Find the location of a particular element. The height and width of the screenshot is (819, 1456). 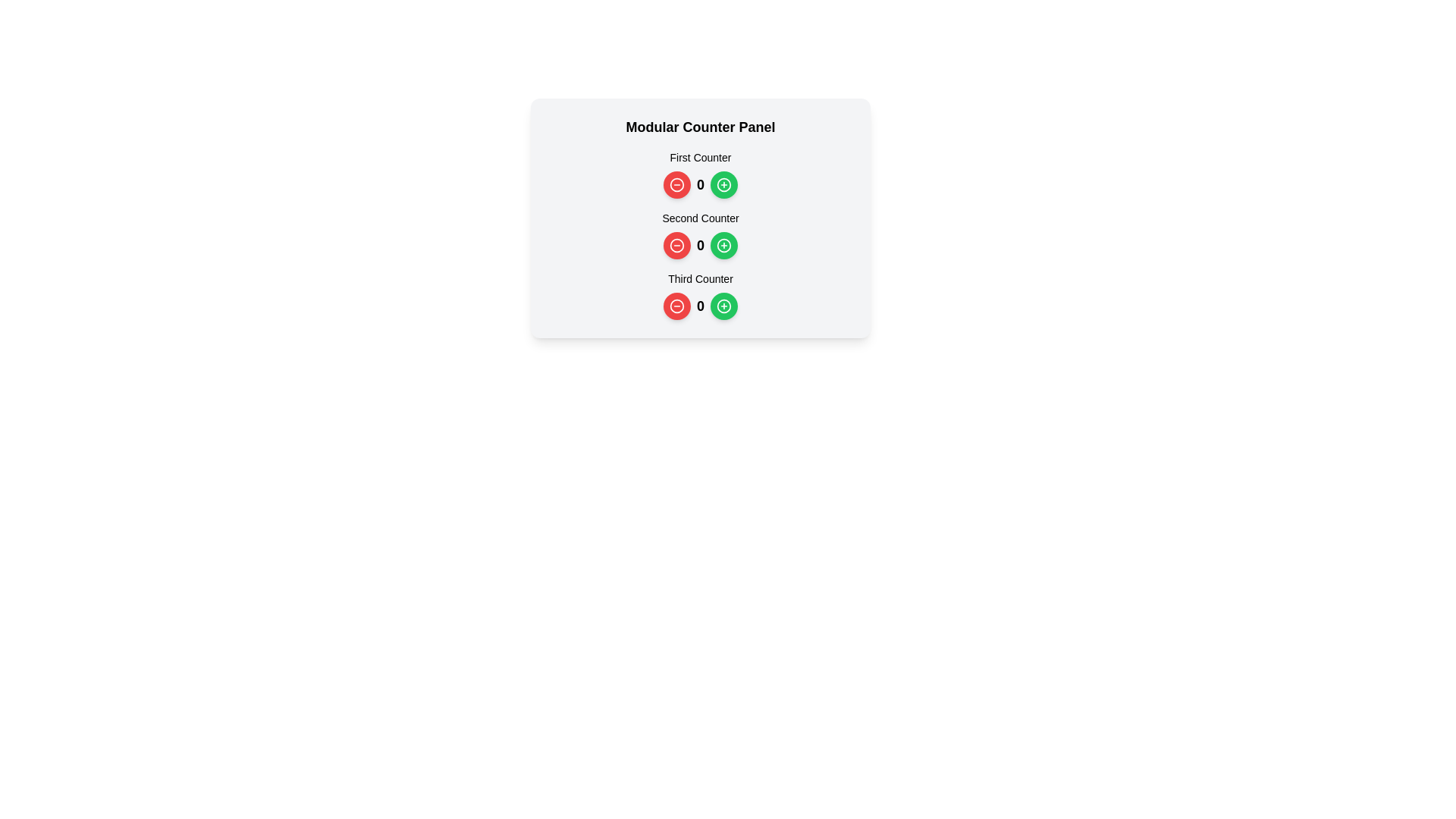

the text label displaying the number '0', which is bold and larger than surrounding text, positioned between the red minus button and the green plus button of the second counter is located at coordinates (699, 245).